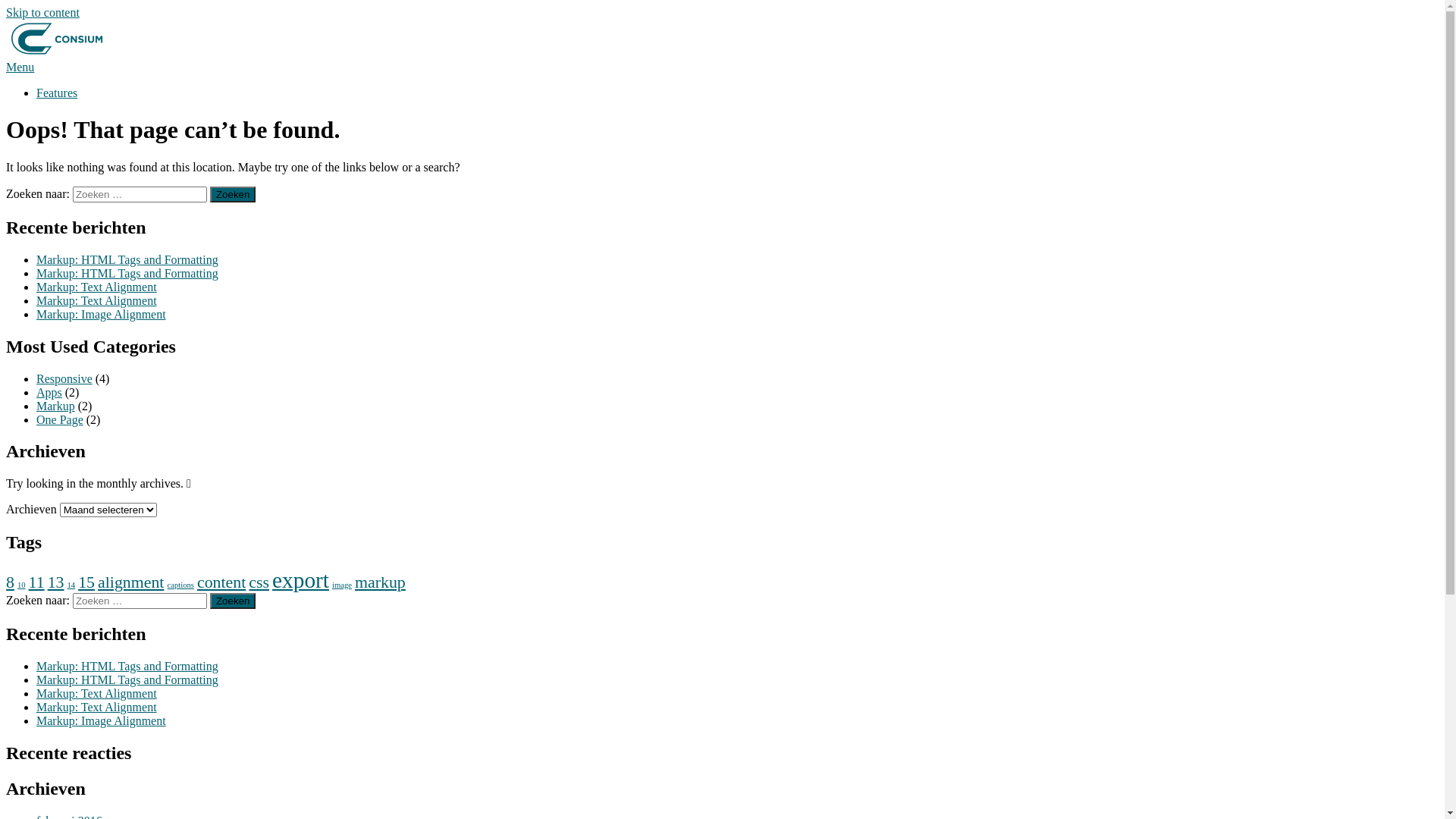 The image size is (1456, 819). Describe the element at coordinates (209, 193) in the screenshot. I see `'Zoeken'` at that location.